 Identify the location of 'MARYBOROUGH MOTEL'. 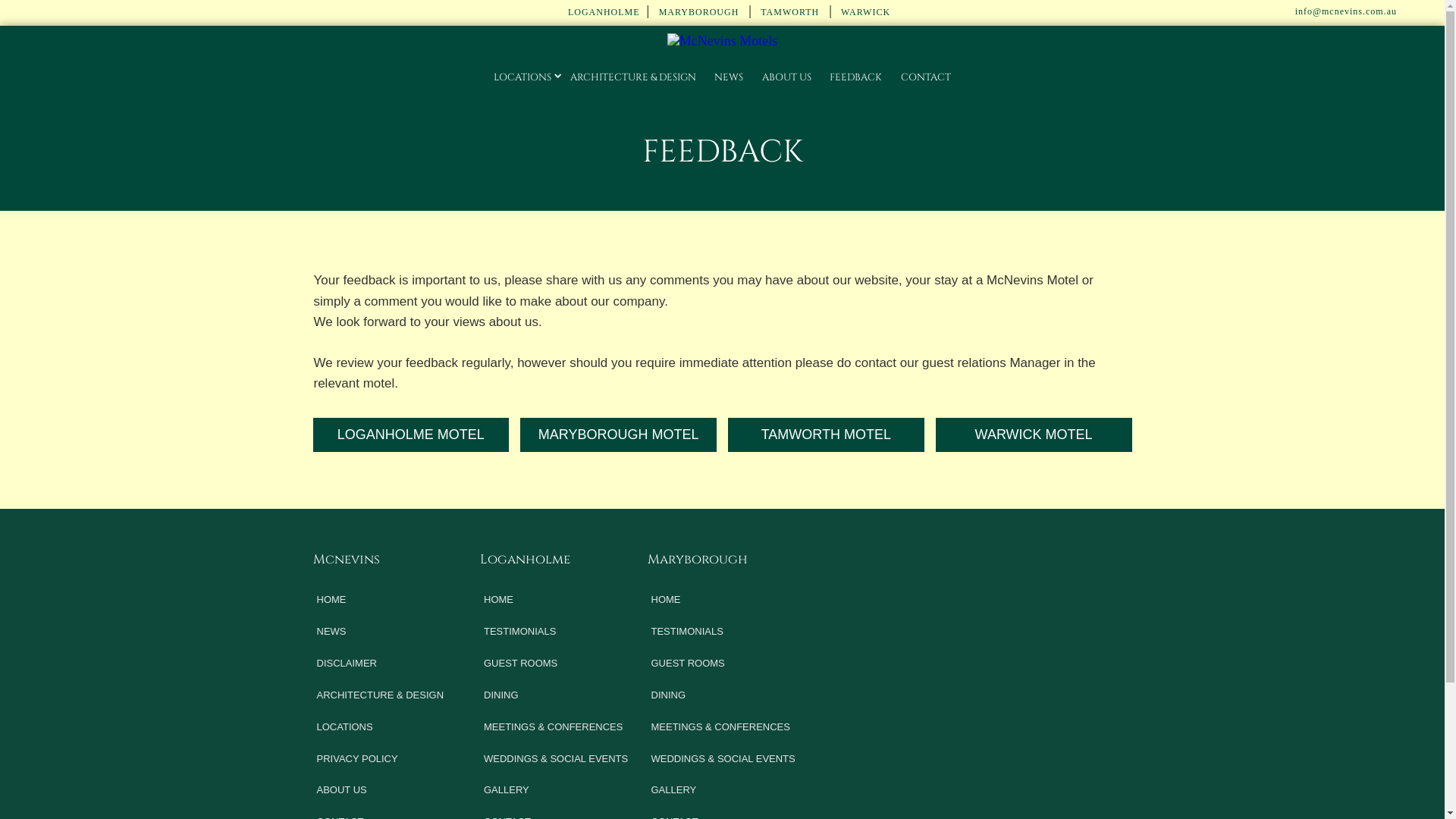
(618, 435).